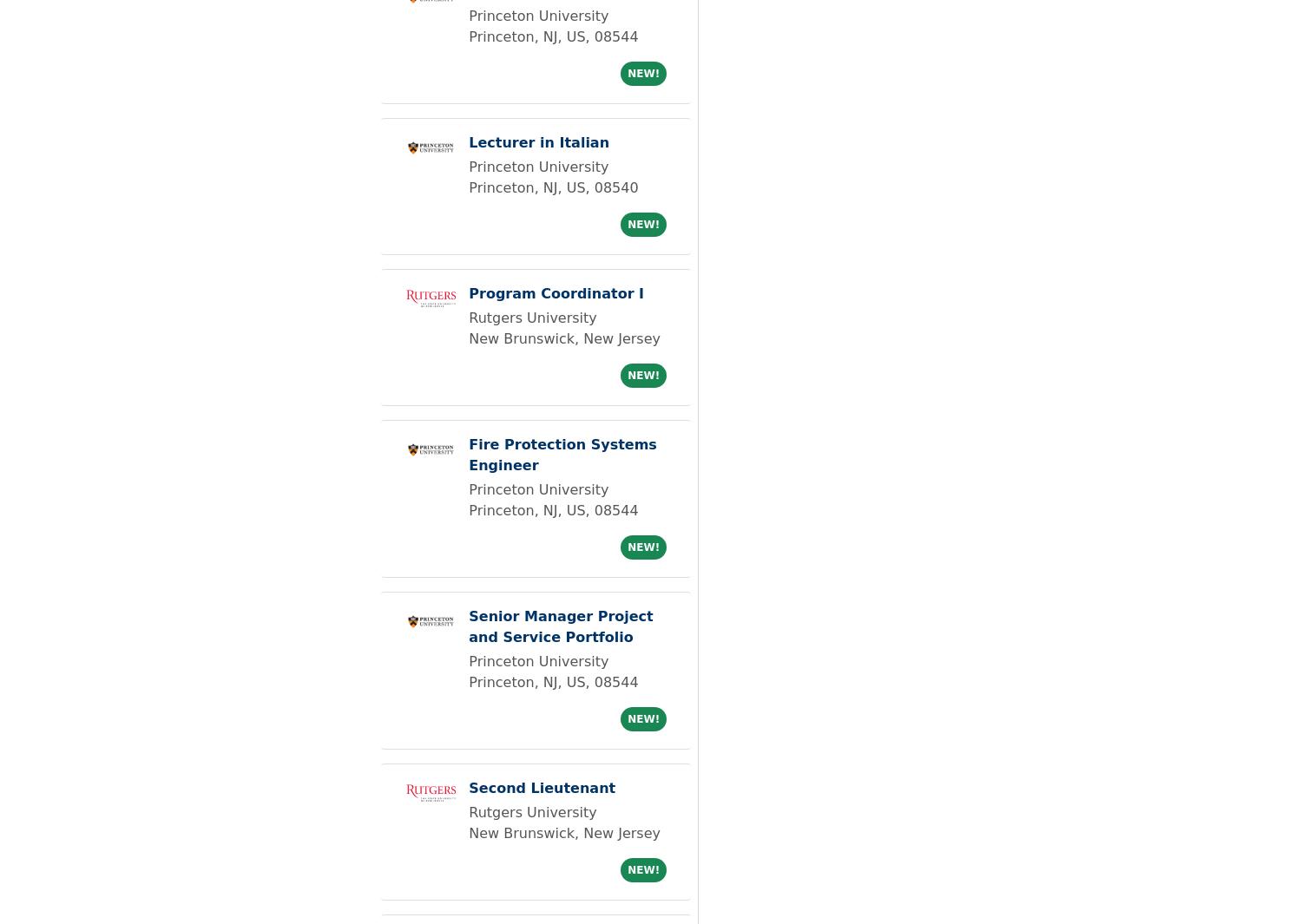 The height and width of the screenshot is (924, 1302). Describe the element at coordinates (469, 626) in the screenshot. I see `'Senior Manager Project and Service Portfolio'` at that location.